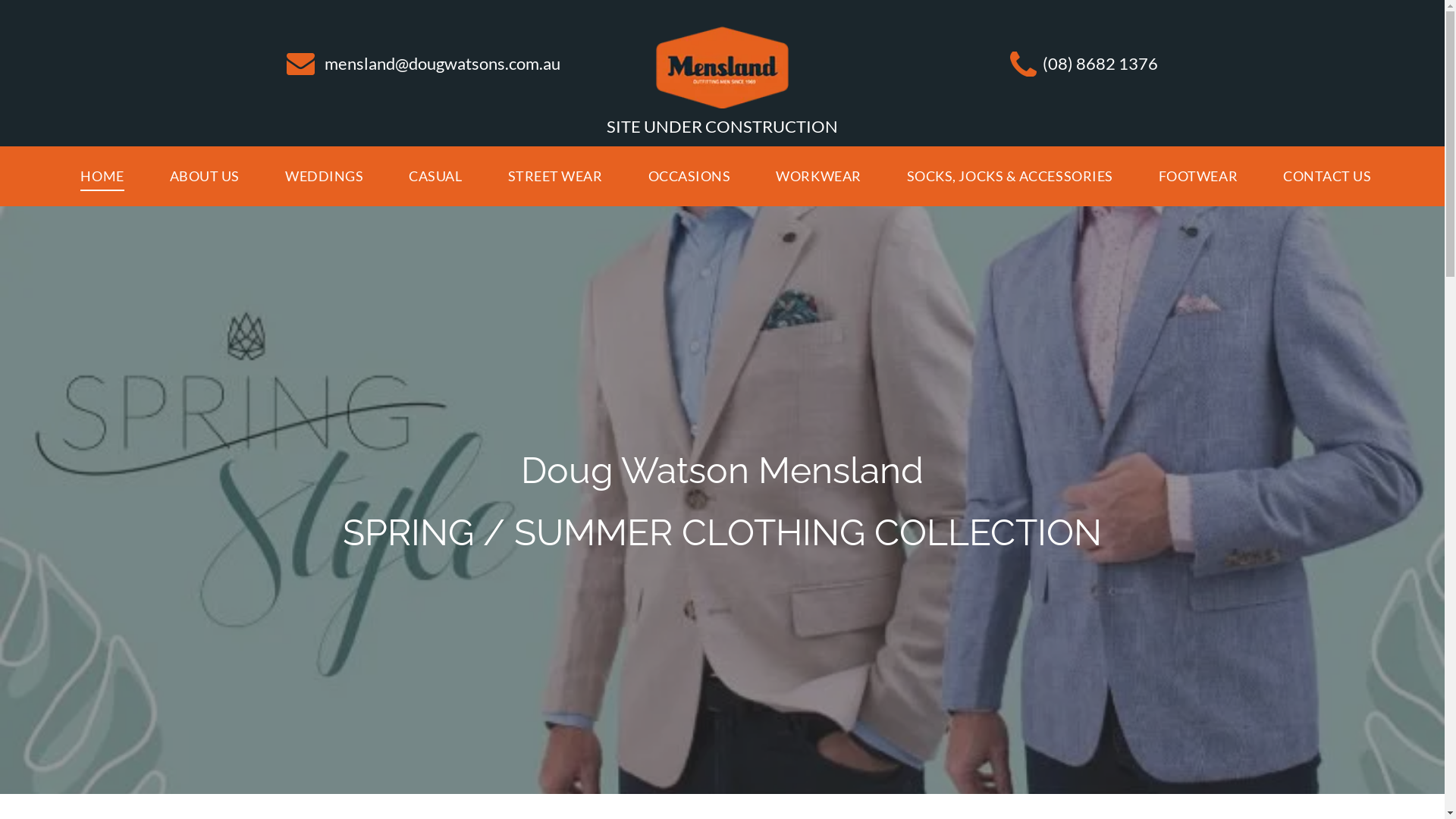  Describe the element at coordinates (203, 175) in the screenshot. I see `'ABOUT US'` at that location.